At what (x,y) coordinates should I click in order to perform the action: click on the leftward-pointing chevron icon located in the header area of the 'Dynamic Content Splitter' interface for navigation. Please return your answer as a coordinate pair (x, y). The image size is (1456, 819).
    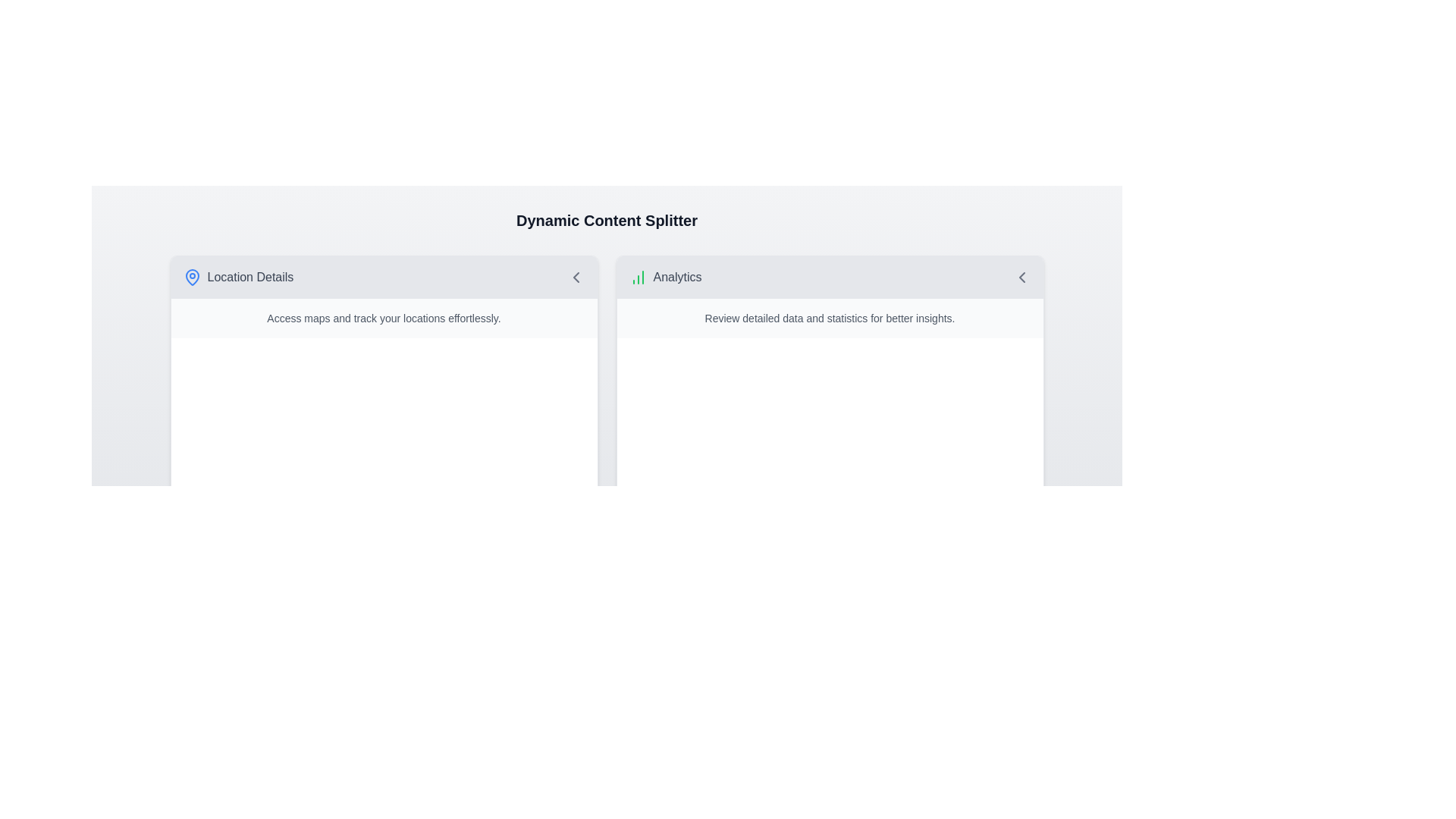
    Looking at the image, I should click on (575, 278).